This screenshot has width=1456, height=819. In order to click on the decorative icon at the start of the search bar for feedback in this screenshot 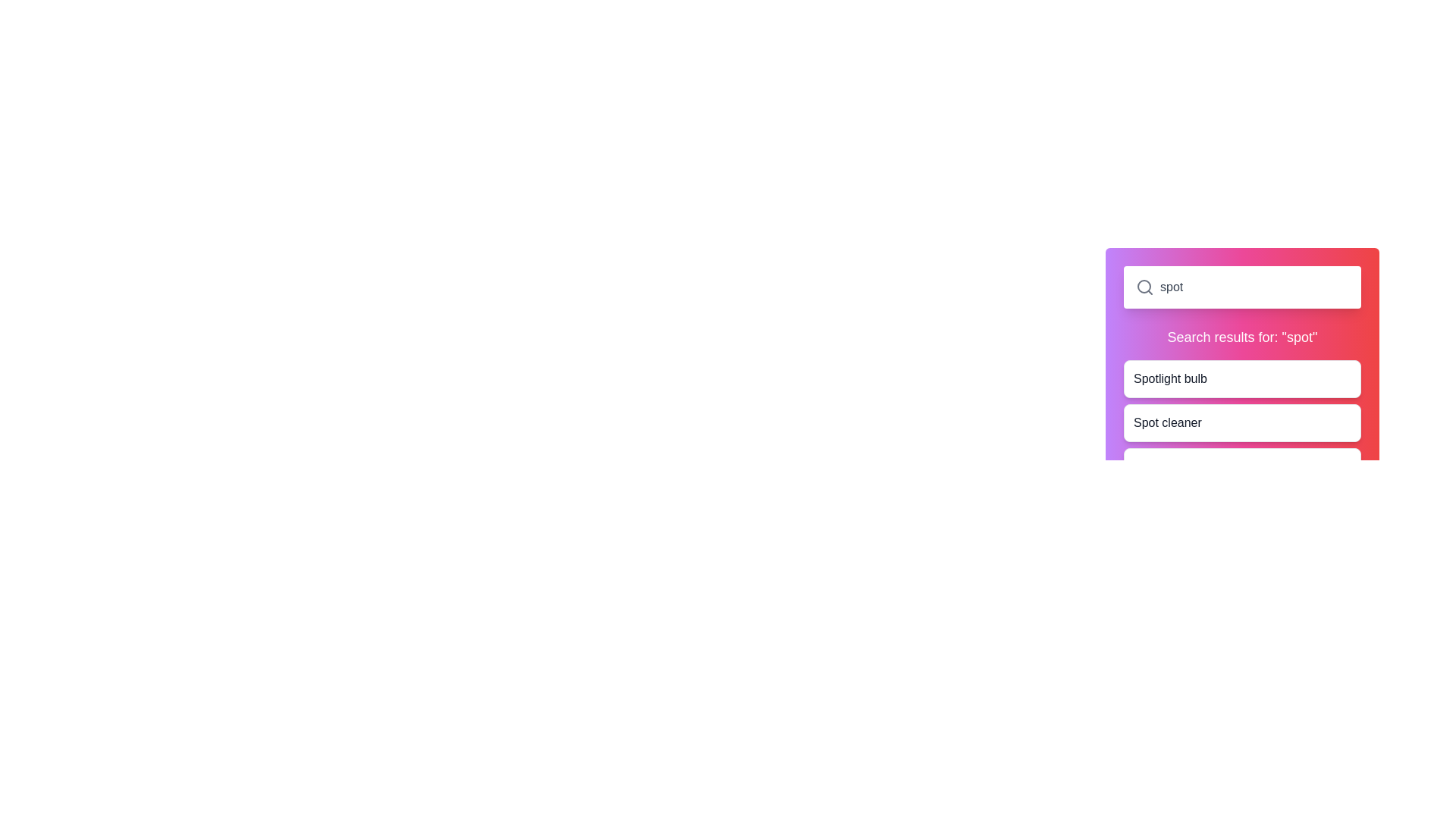, I will do `click(1145, 287)`.